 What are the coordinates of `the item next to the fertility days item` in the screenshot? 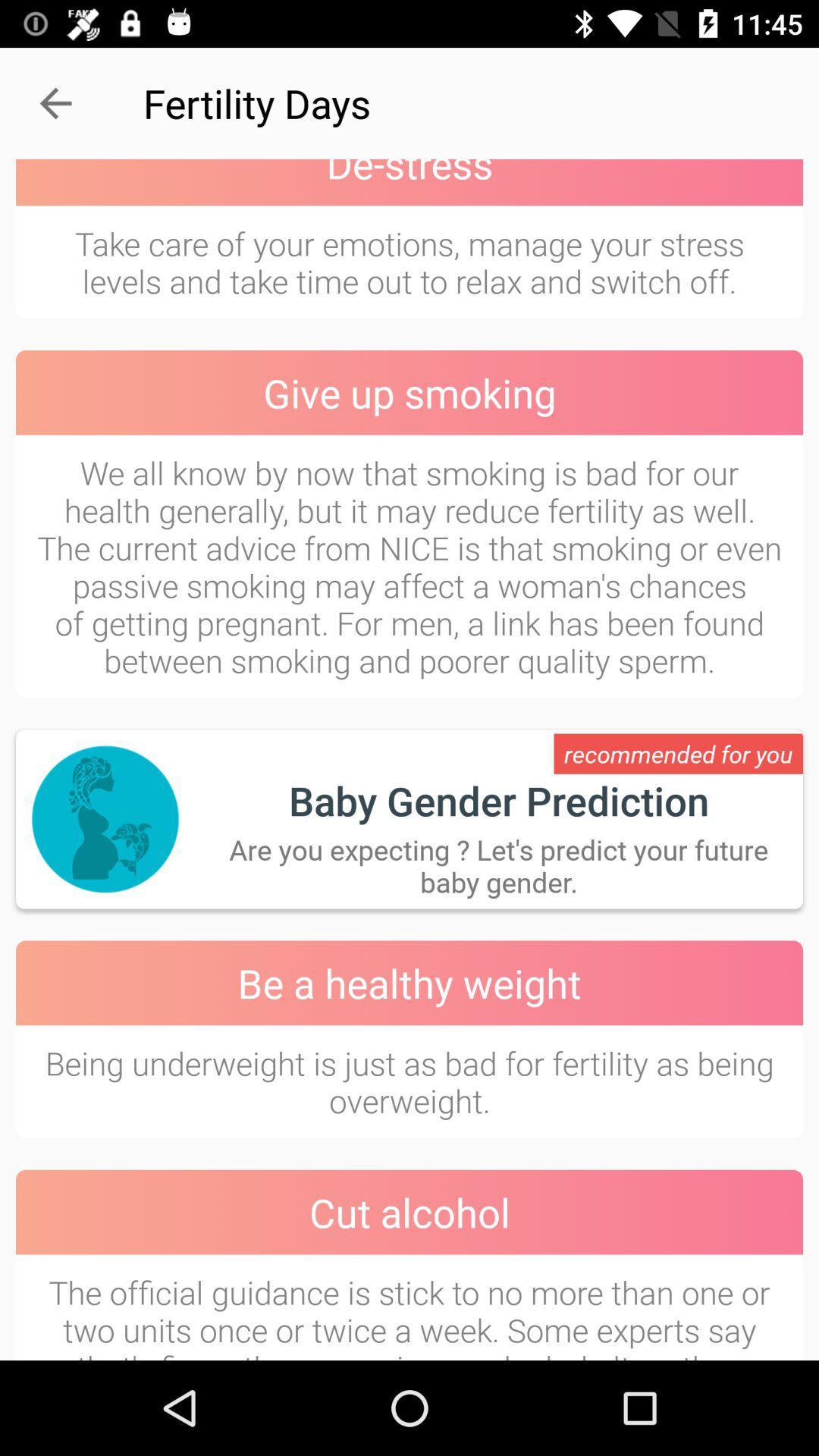 It's located at (55, 102).